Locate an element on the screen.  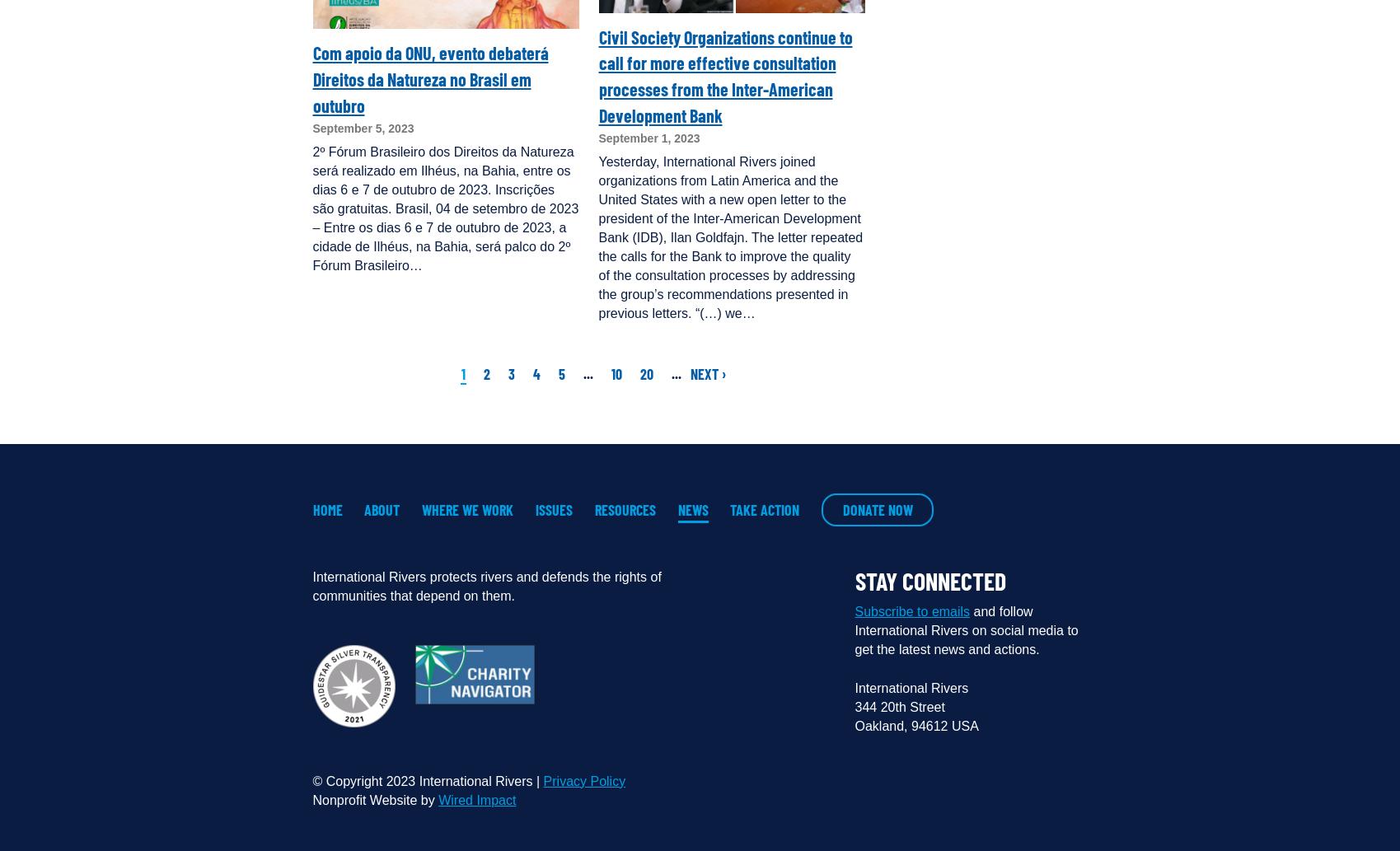
'Home' is located at coordinates (327, 508).